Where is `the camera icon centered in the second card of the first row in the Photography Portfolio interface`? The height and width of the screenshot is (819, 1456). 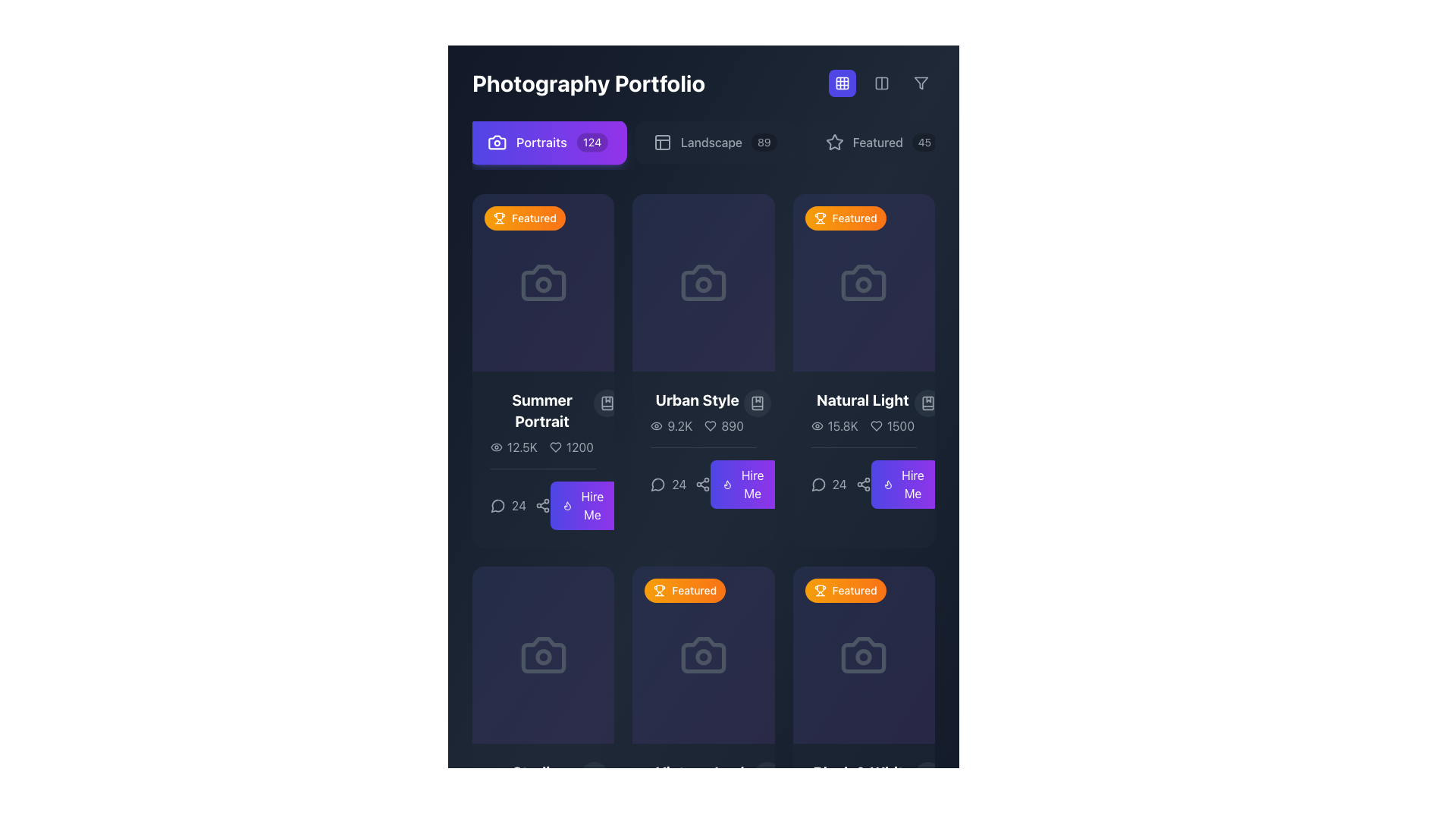
the camera icon centered in the second card of the first row in the Photography Portfolio interface is located at coordinates (702, 283).